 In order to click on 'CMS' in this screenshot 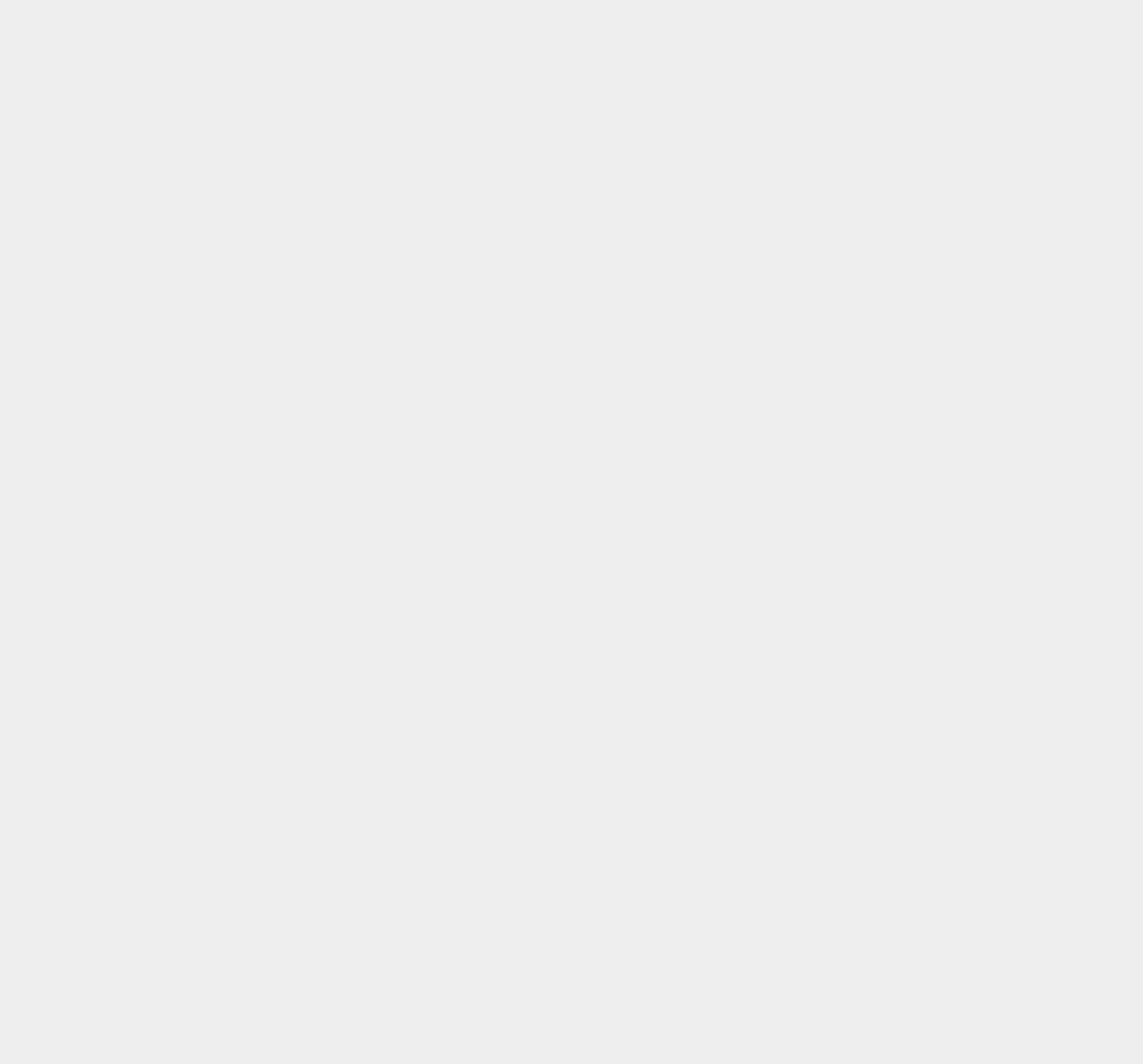, I will do `click(821, 660)`.